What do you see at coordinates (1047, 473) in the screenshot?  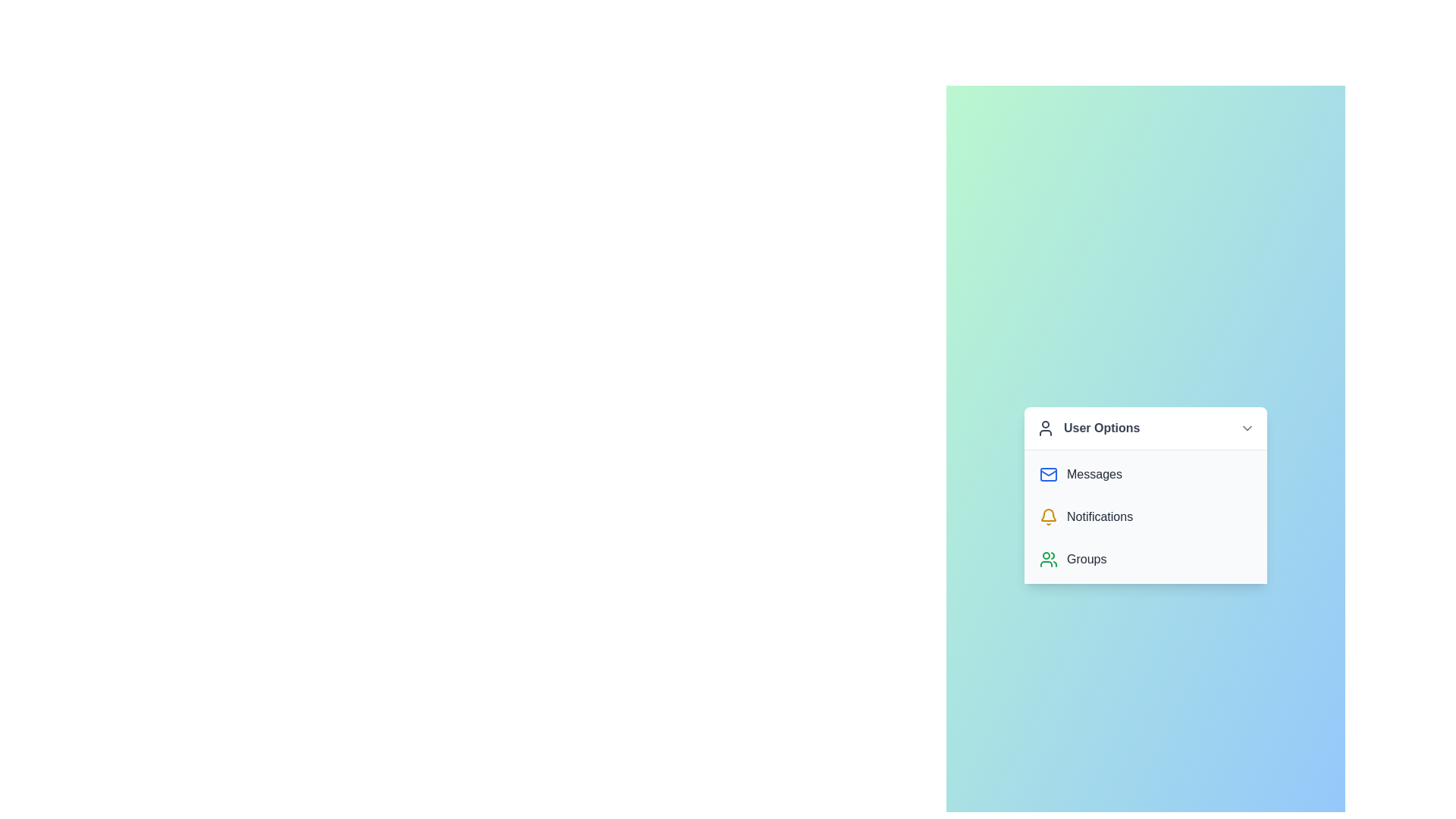 I see `the envelope icon within the 'User Options' dropdown menu for visual feedback` at bounding box center [1047, 473].